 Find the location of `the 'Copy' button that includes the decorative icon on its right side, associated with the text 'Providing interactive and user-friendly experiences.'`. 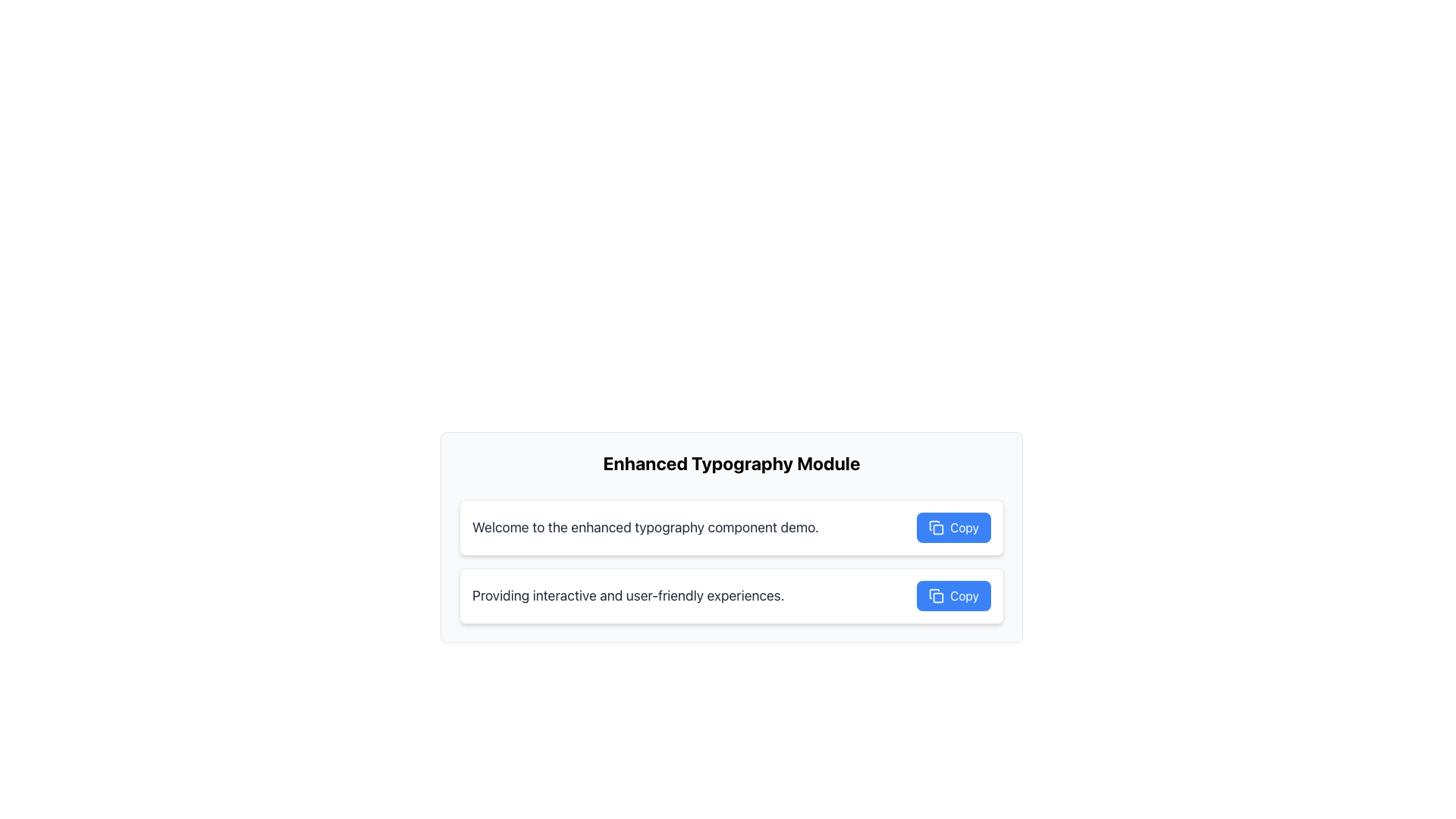

the 'Copy' button that includes the decorative icon on its right side, associated with the text 'Providing interactive and user-friendly experiences.' is located at coordinates (936, 595).